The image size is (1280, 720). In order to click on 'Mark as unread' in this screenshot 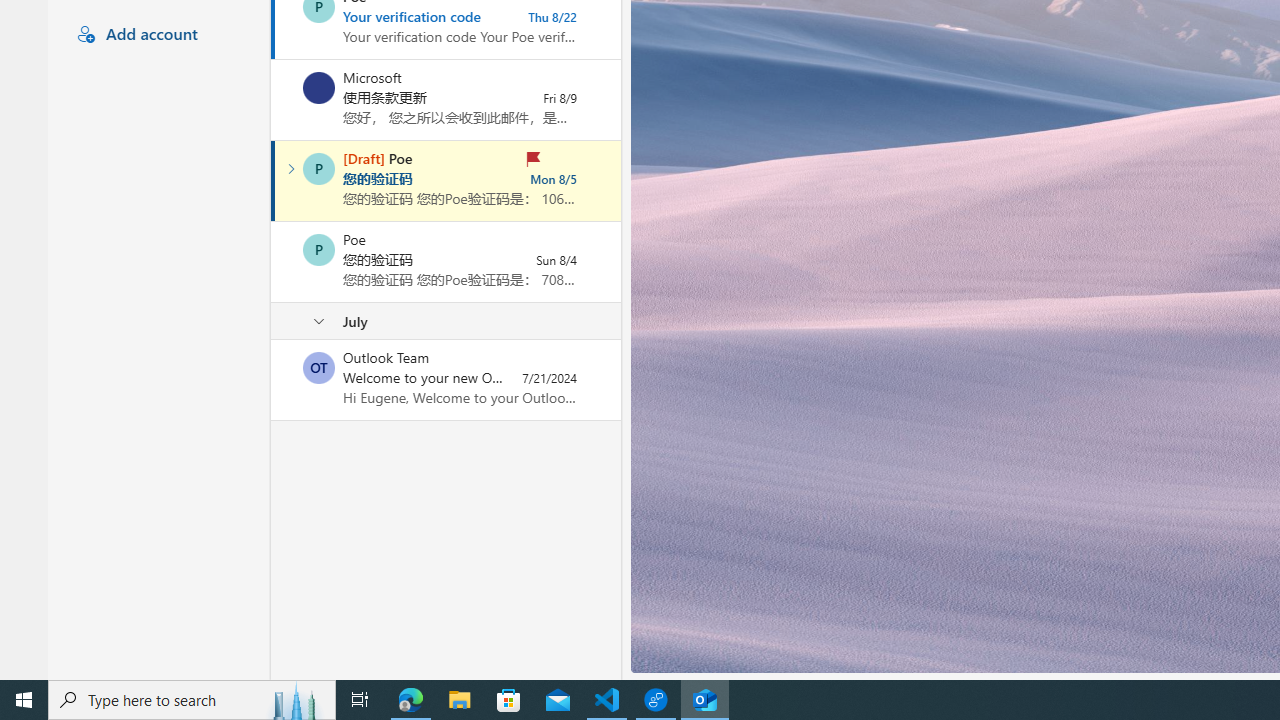, I will do `click(272, 379)`.